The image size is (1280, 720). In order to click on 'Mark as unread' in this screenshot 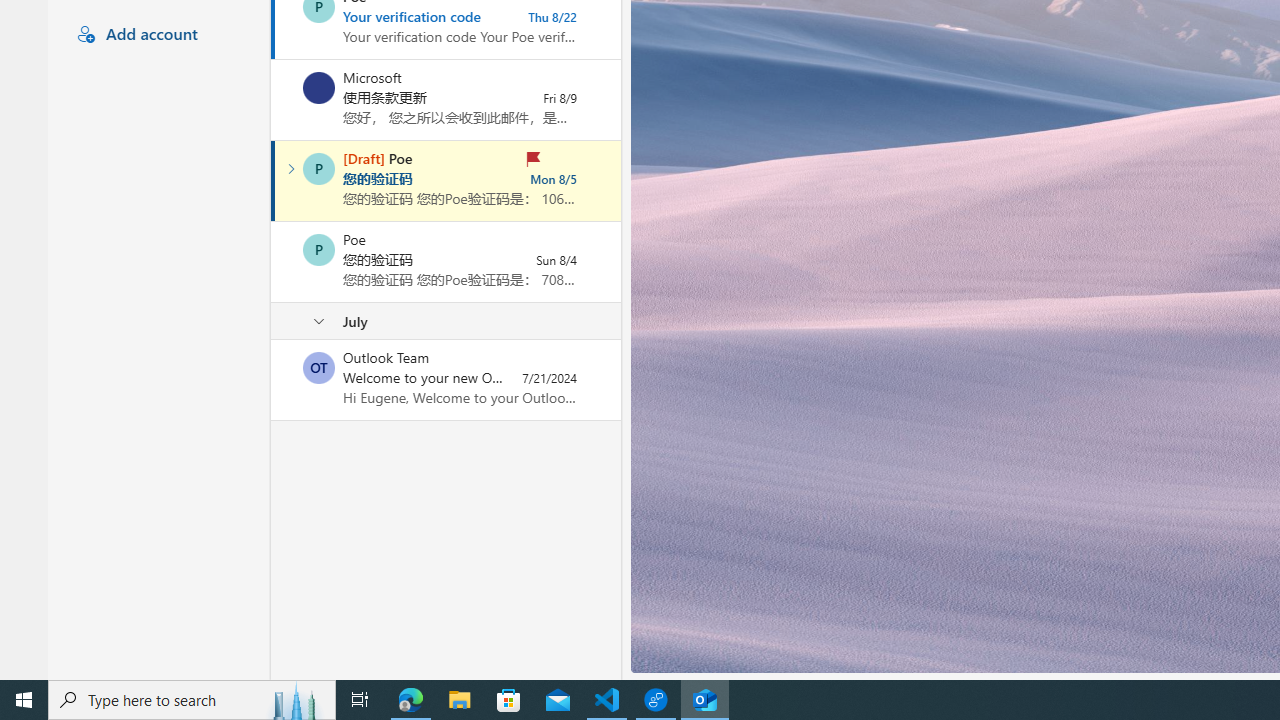, I will do `click(272, 379)`.